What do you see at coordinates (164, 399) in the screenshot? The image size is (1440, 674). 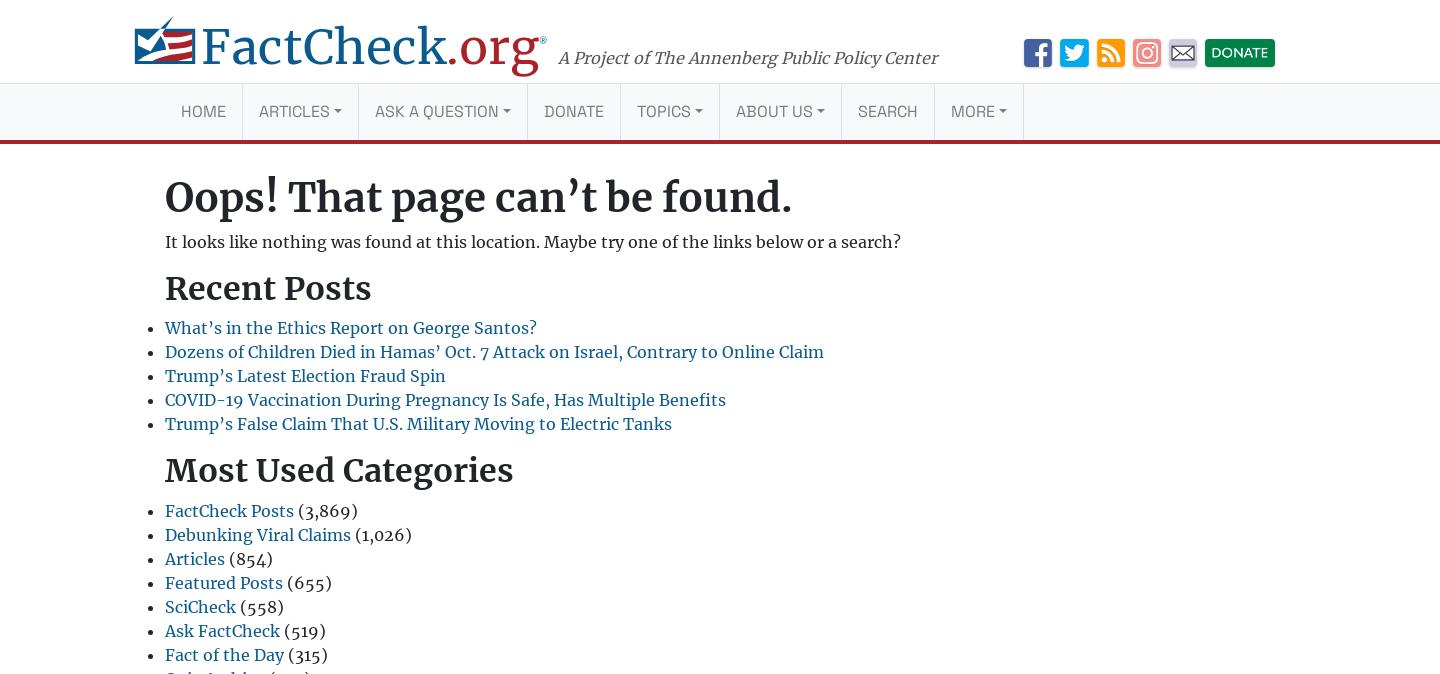 I see `'COVID-19 Vaccination During Pregnancy Is Safe, Has Multiple Benefits'` at bounding box center [164, 399].